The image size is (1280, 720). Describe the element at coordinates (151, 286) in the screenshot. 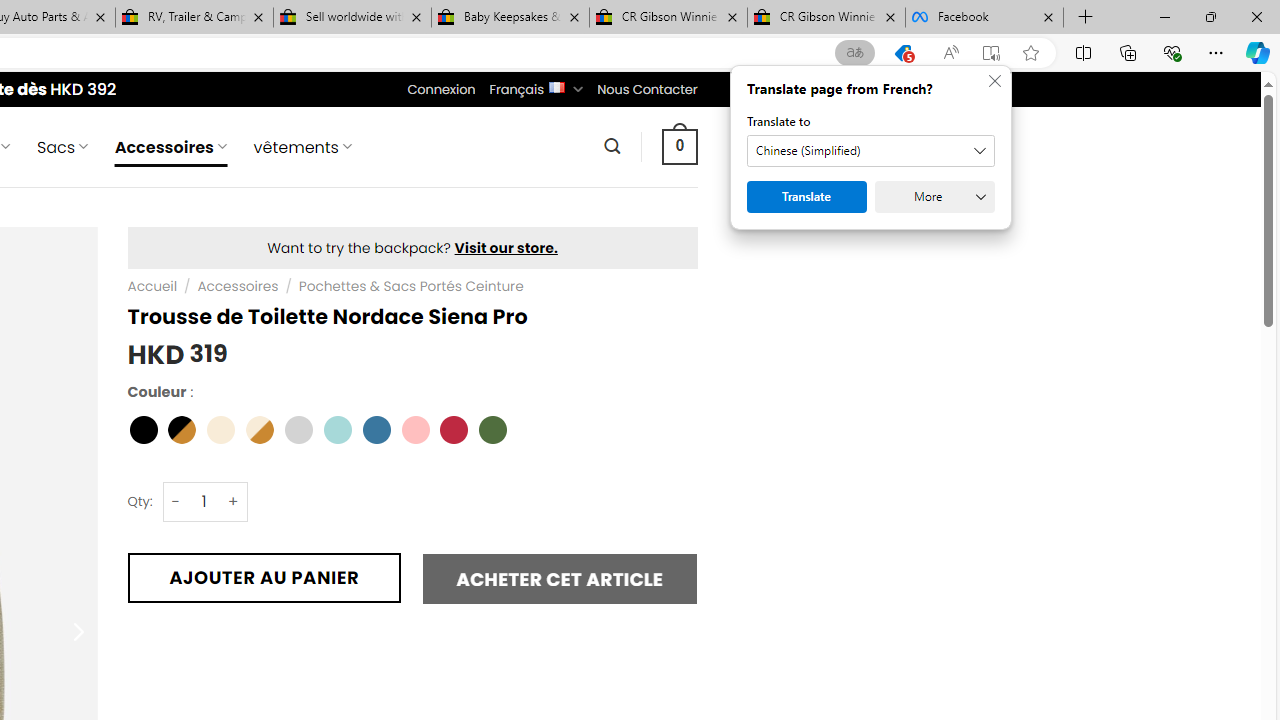

I see `'Accueil'` at that location.